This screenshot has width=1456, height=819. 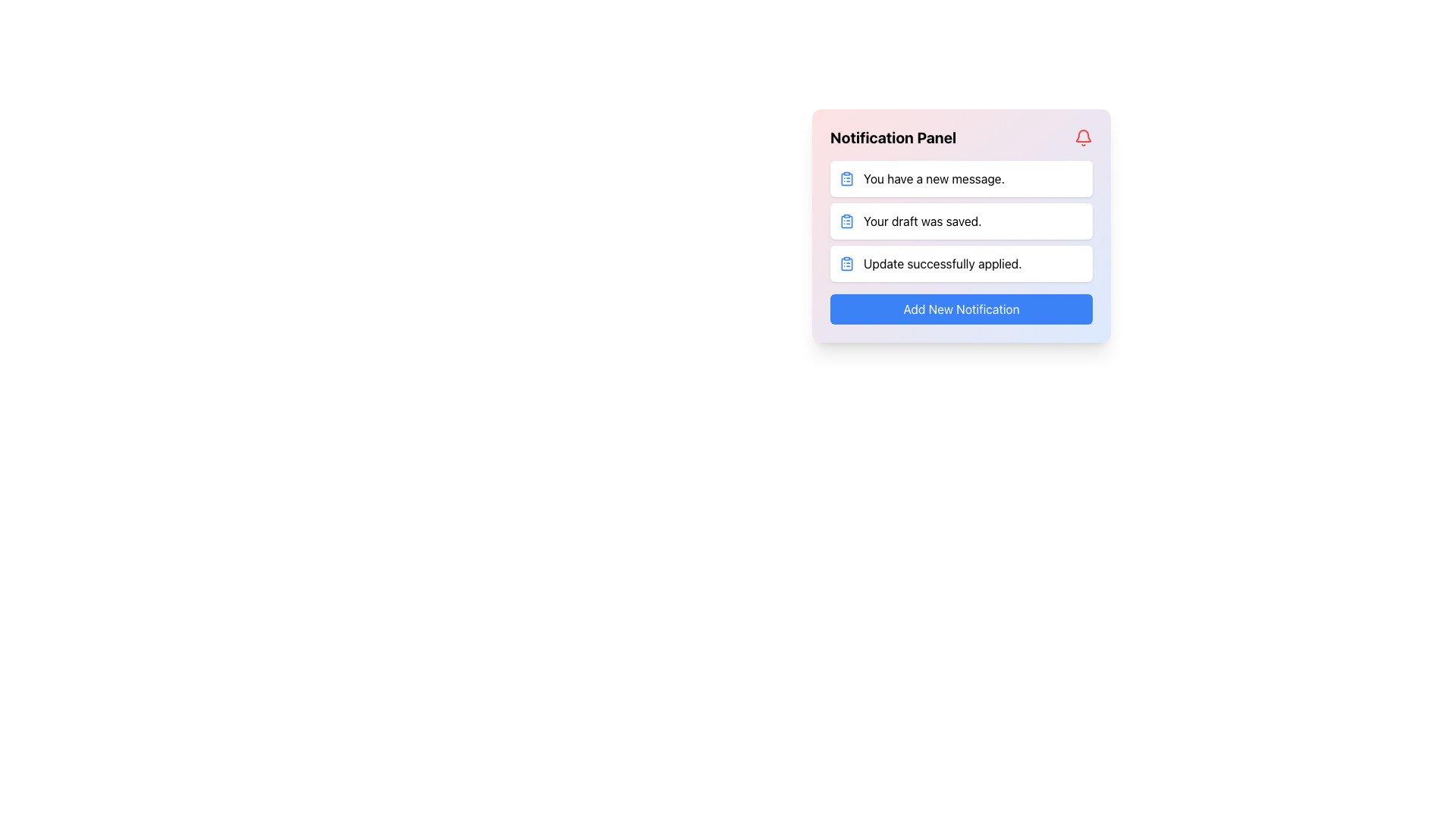 I want to click on the second notification item in the list, which displays the message 'Your draft was saved.', so click(x=960, y=221).